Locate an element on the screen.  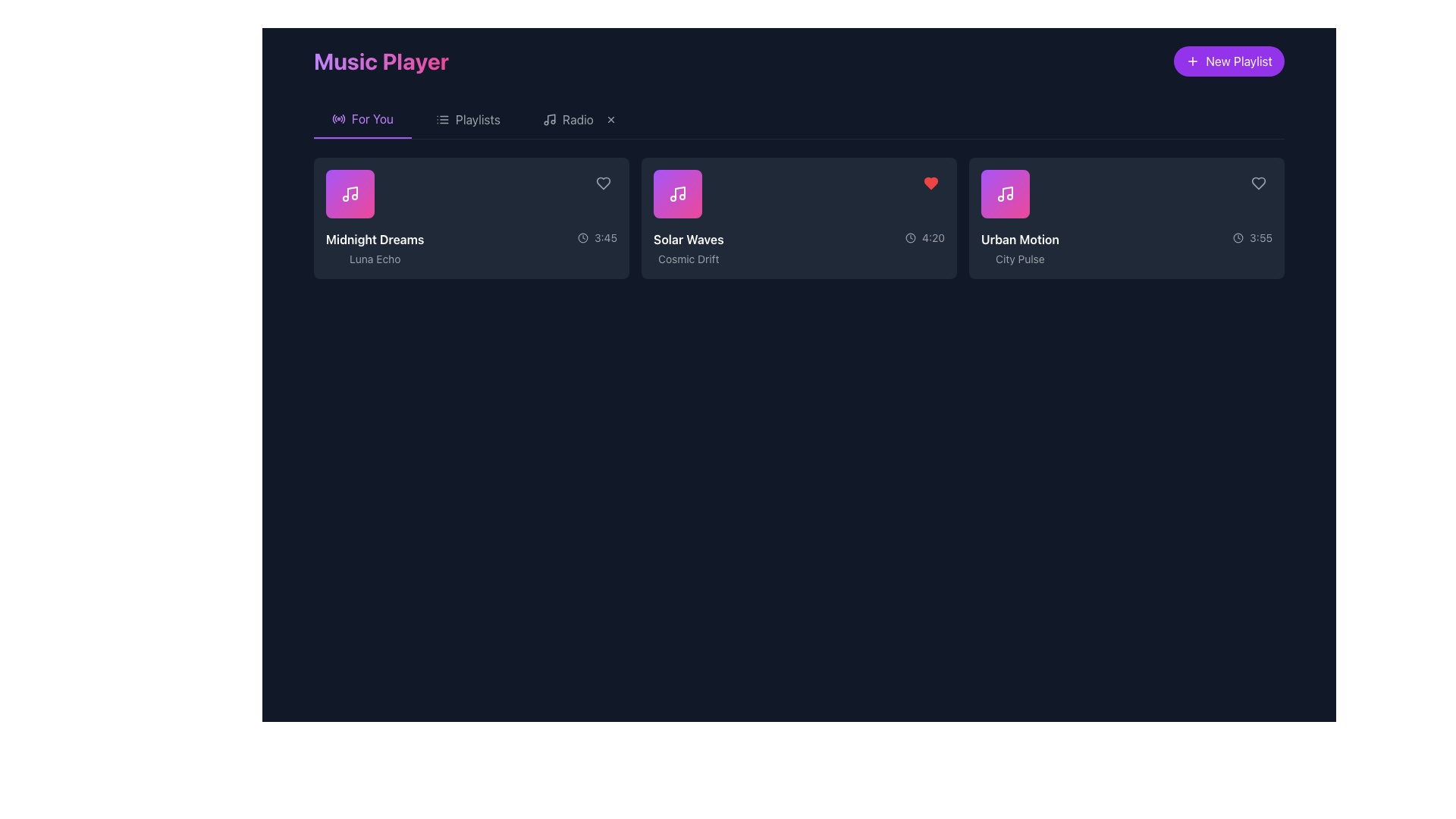
the Navigation Tab located at the top left of the interface is located at coordinates (362, 119).